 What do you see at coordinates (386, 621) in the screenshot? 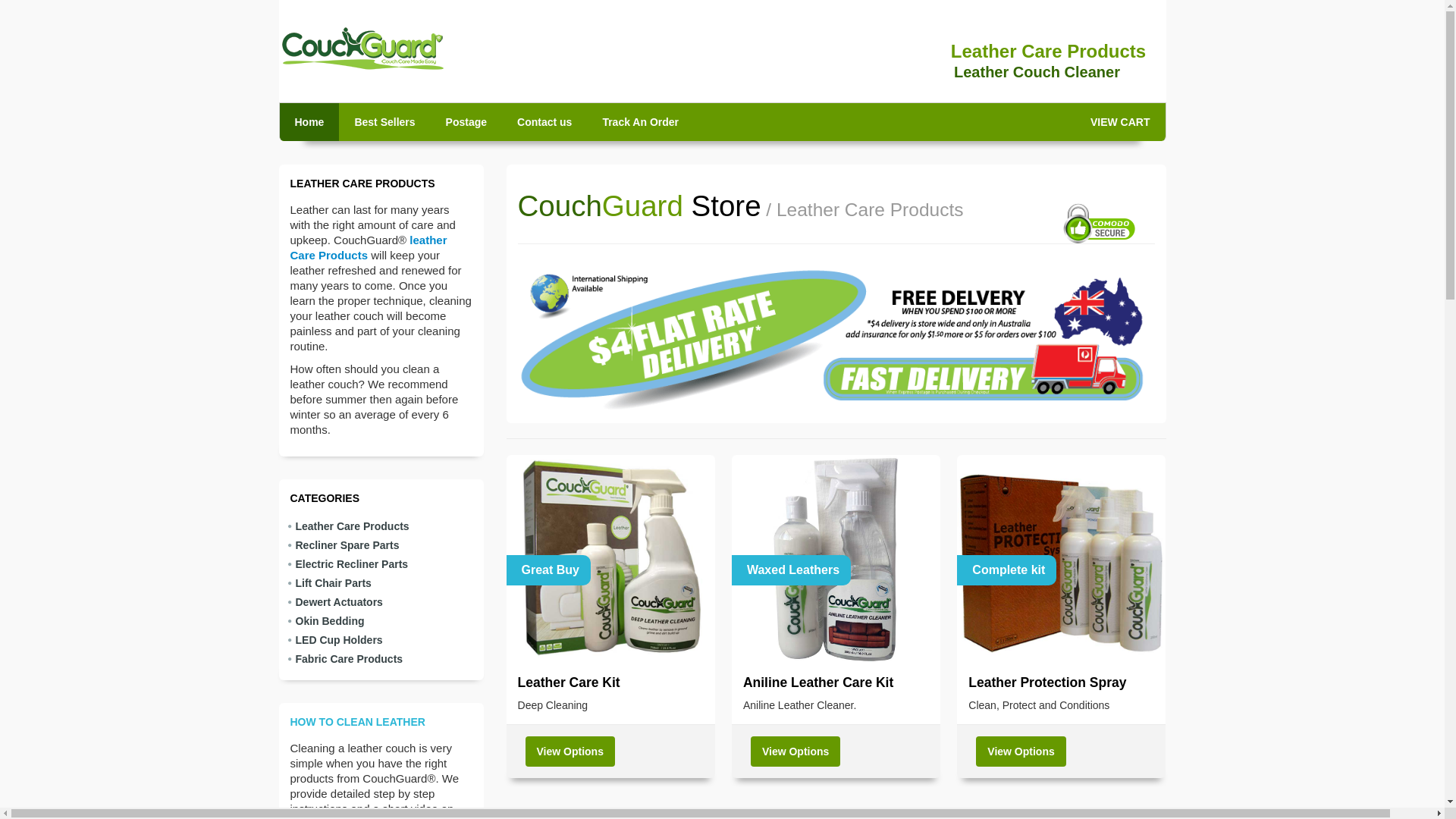
I see `'Okin Bedding'` at bounding box center [386, 621].